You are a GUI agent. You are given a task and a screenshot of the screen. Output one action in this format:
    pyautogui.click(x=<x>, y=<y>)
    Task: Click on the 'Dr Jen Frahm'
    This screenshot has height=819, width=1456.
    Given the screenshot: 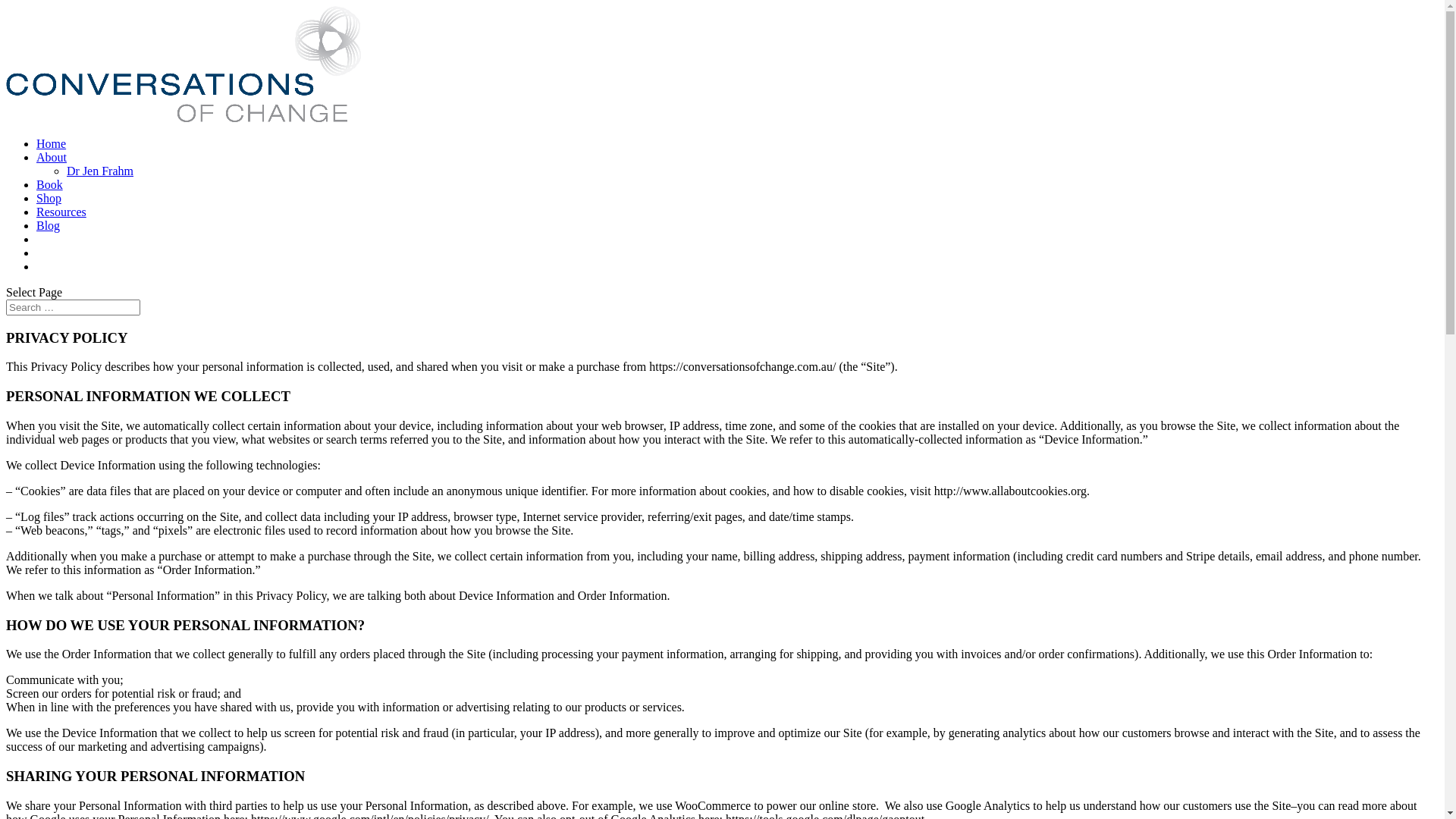 What is the action you would take?
    pyautogui.click(x=99, y=171)
    